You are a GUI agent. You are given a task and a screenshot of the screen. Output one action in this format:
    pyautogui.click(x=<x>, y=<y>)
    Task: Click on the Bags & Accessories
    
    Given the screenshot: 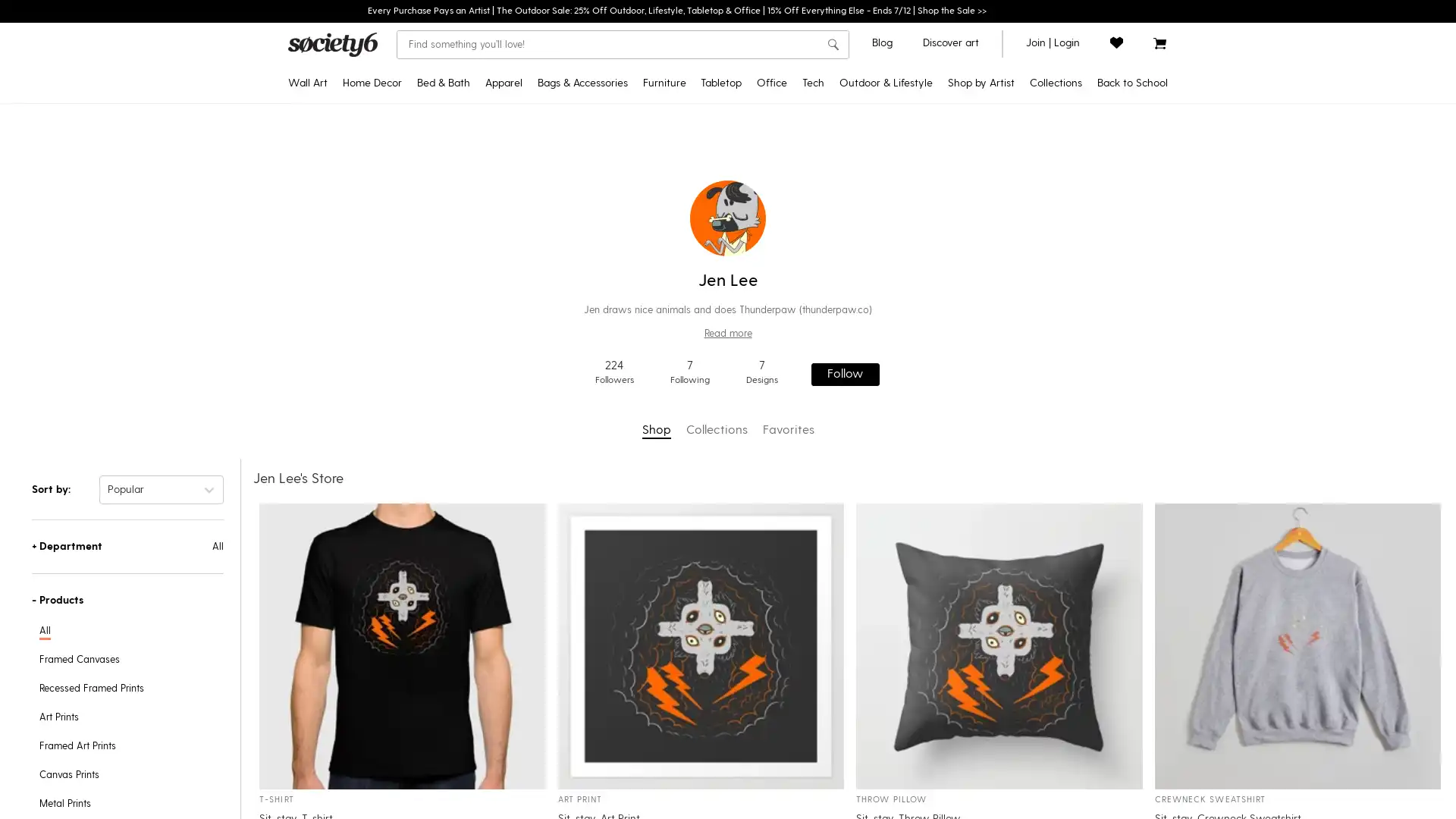 What is the action you would take?
    pyautogui.click(x=581, y=83)
    